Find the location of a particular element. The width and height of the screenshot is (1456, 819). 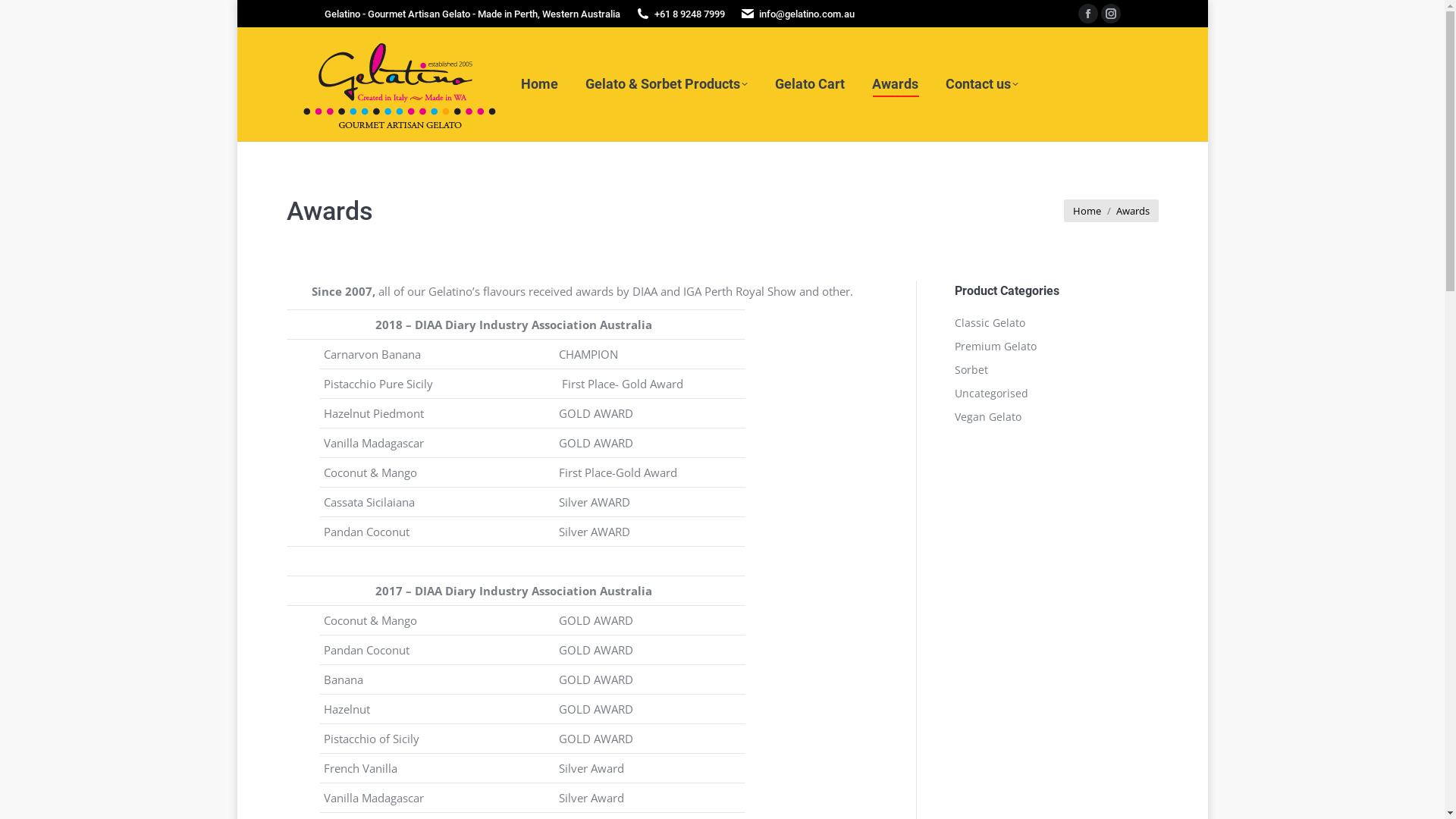

'Awards' is located at coordinates (895, 84).